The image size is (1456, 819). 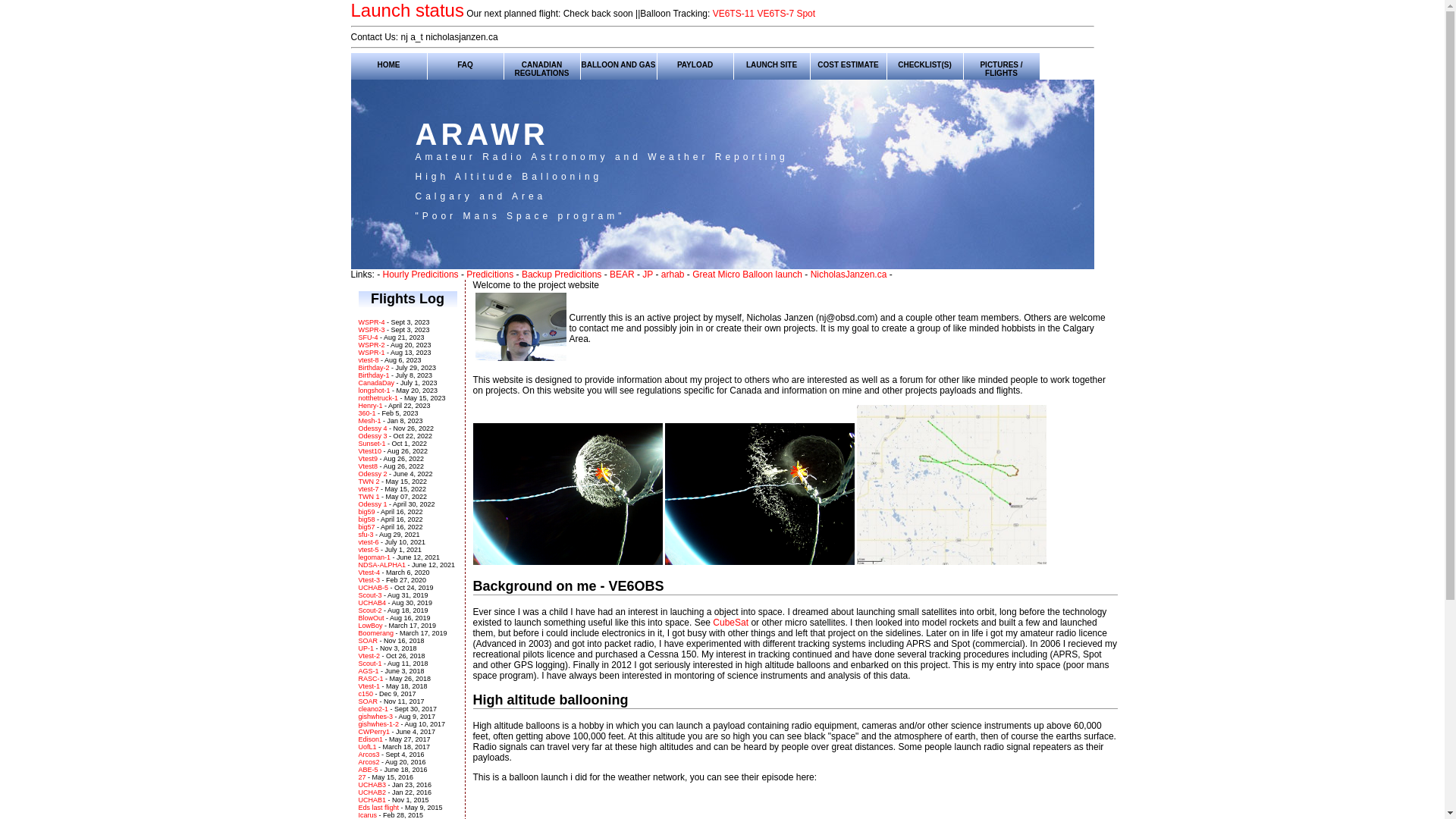 I want to click on 'UCHAB4', so click(x=372, y=601).